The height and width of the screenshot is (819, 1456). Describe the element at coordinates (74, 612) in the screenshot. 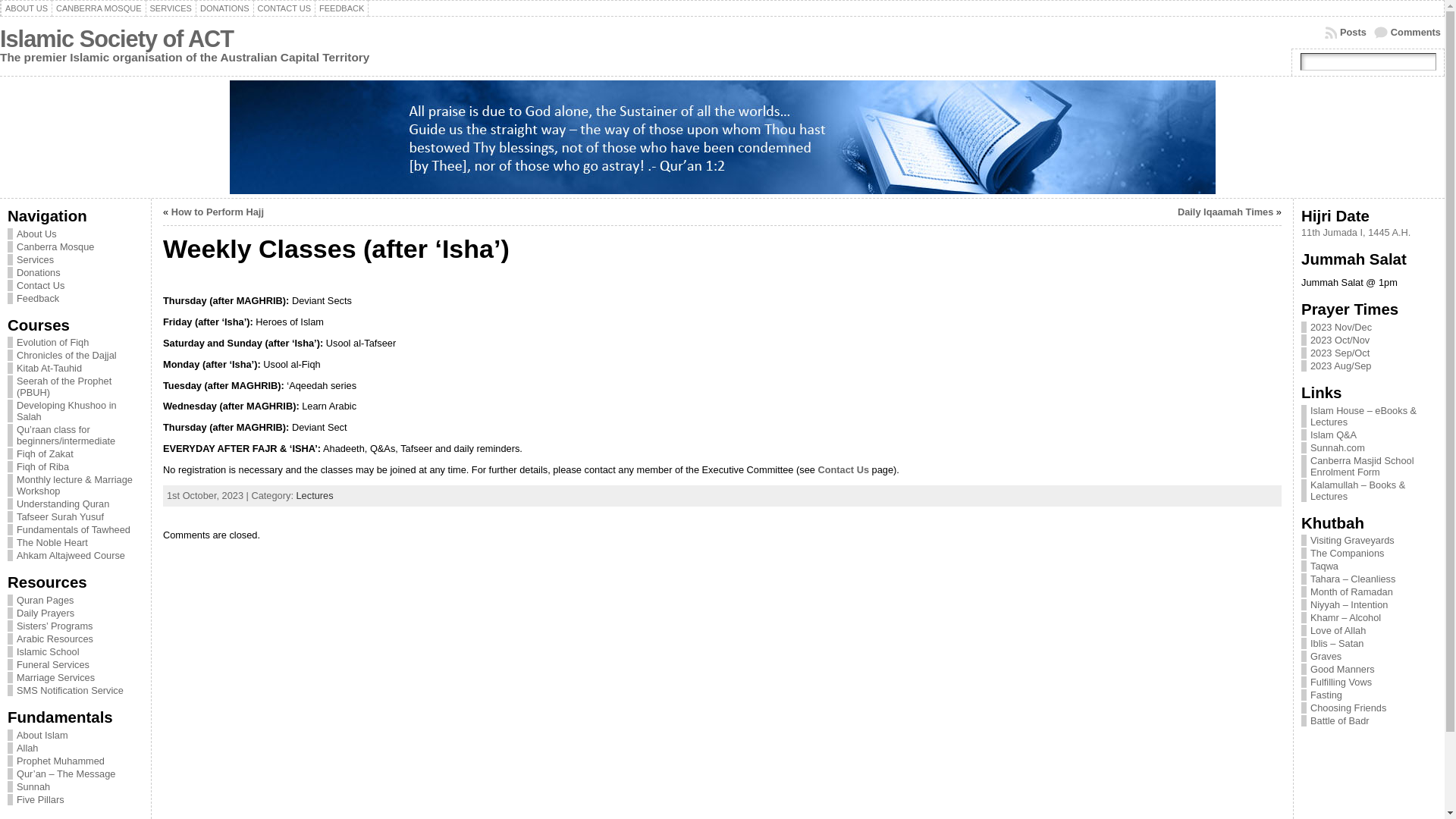

I see `'Daily Prayers'` at that location.